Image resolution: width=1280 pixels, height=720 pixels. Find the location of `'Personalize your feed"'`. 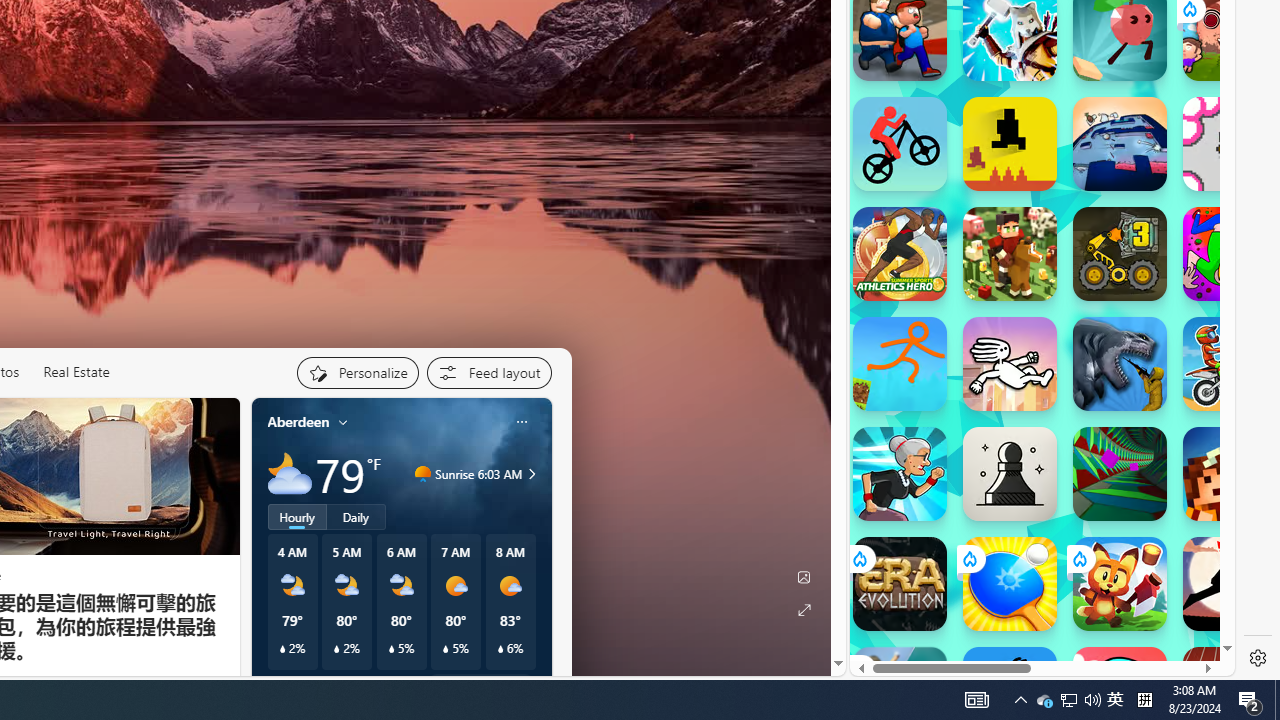

'Personalize your feed"' is located at coordinates (357, 372).